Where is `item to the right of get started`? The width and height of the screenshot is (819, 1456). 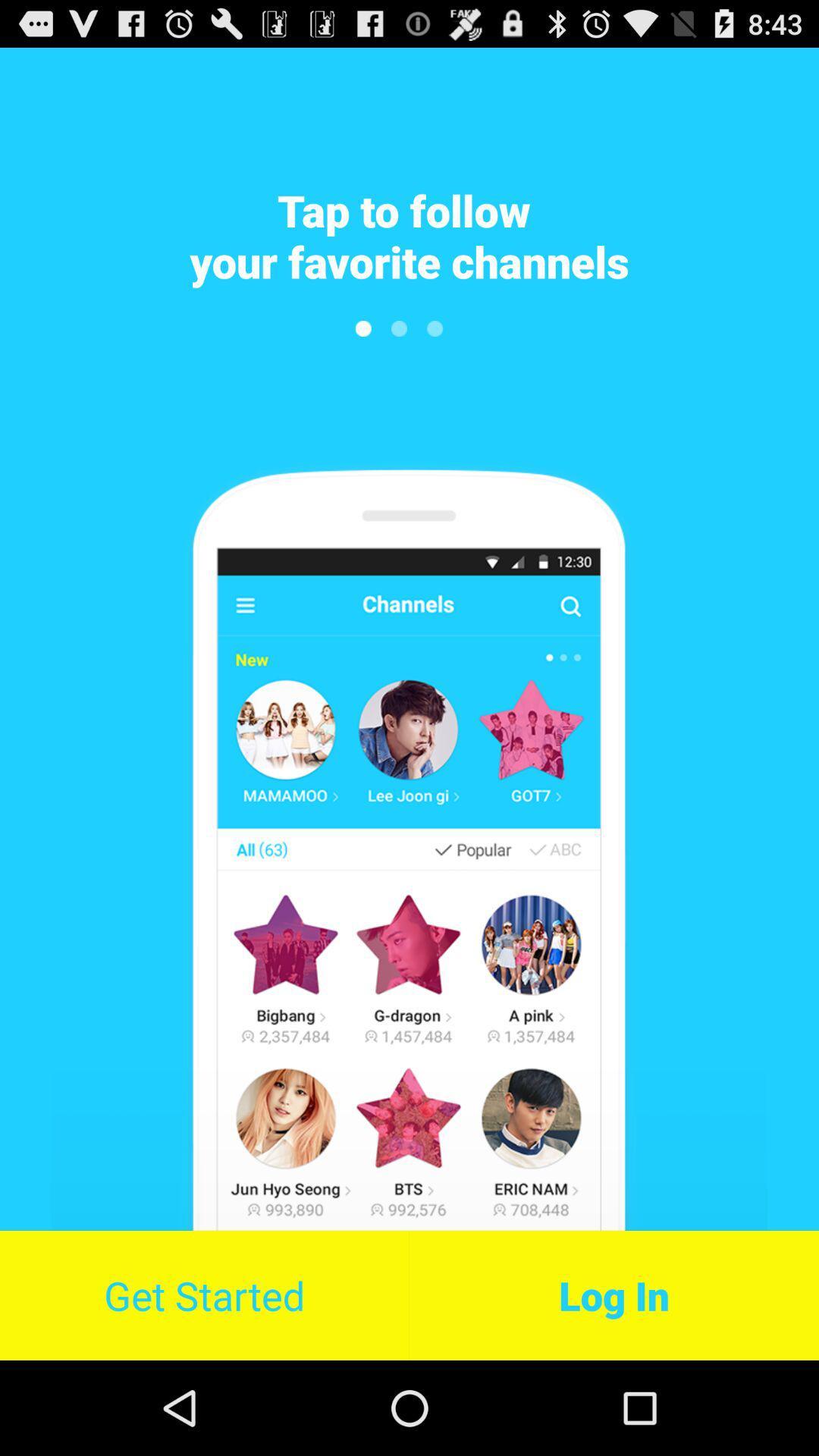
item to the right of get started is located at coordinates (614, 1294).